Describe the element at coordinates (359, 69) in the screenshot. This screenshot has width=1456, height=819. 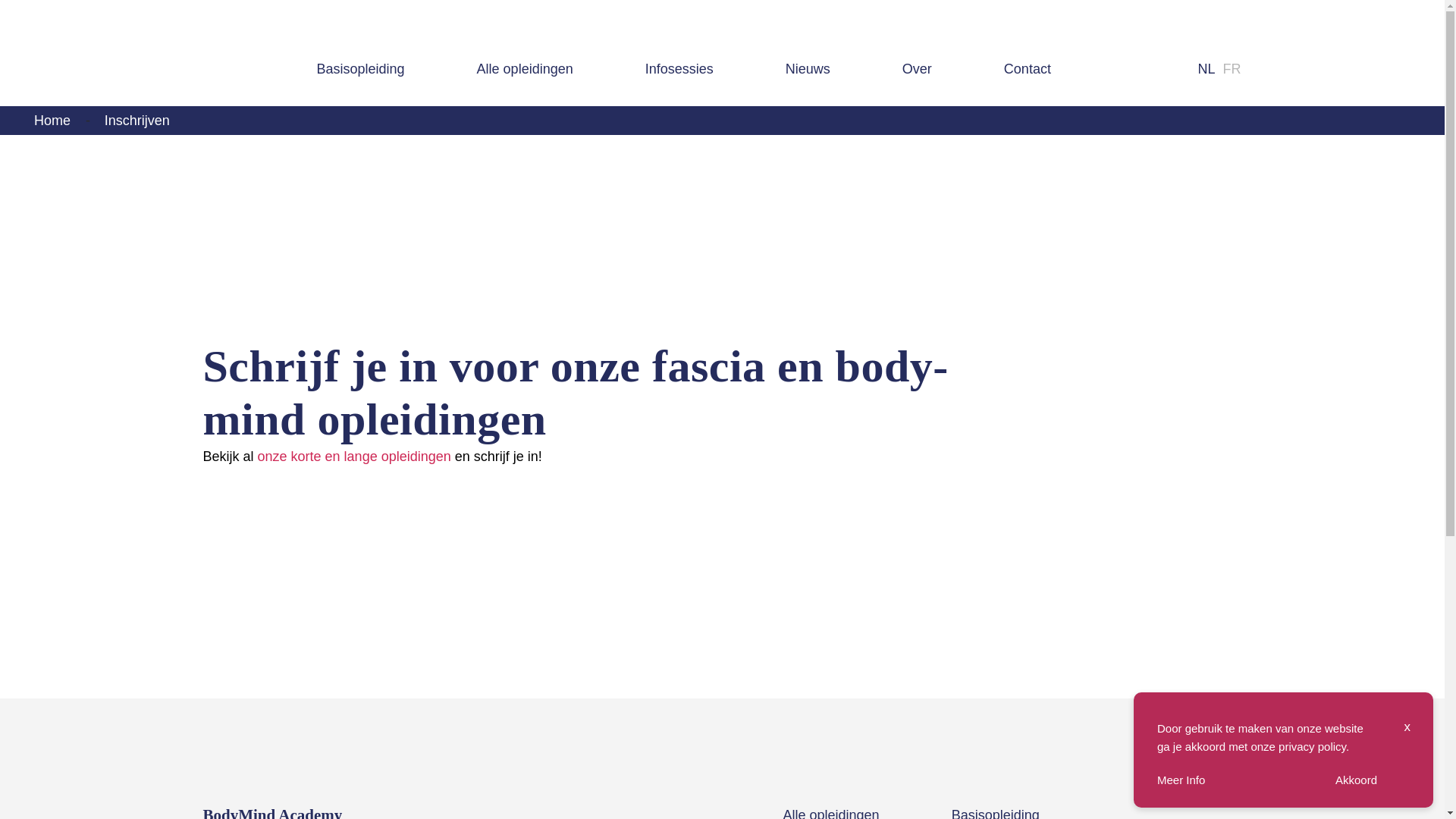
I see `'Basisopleiding'` at that location.